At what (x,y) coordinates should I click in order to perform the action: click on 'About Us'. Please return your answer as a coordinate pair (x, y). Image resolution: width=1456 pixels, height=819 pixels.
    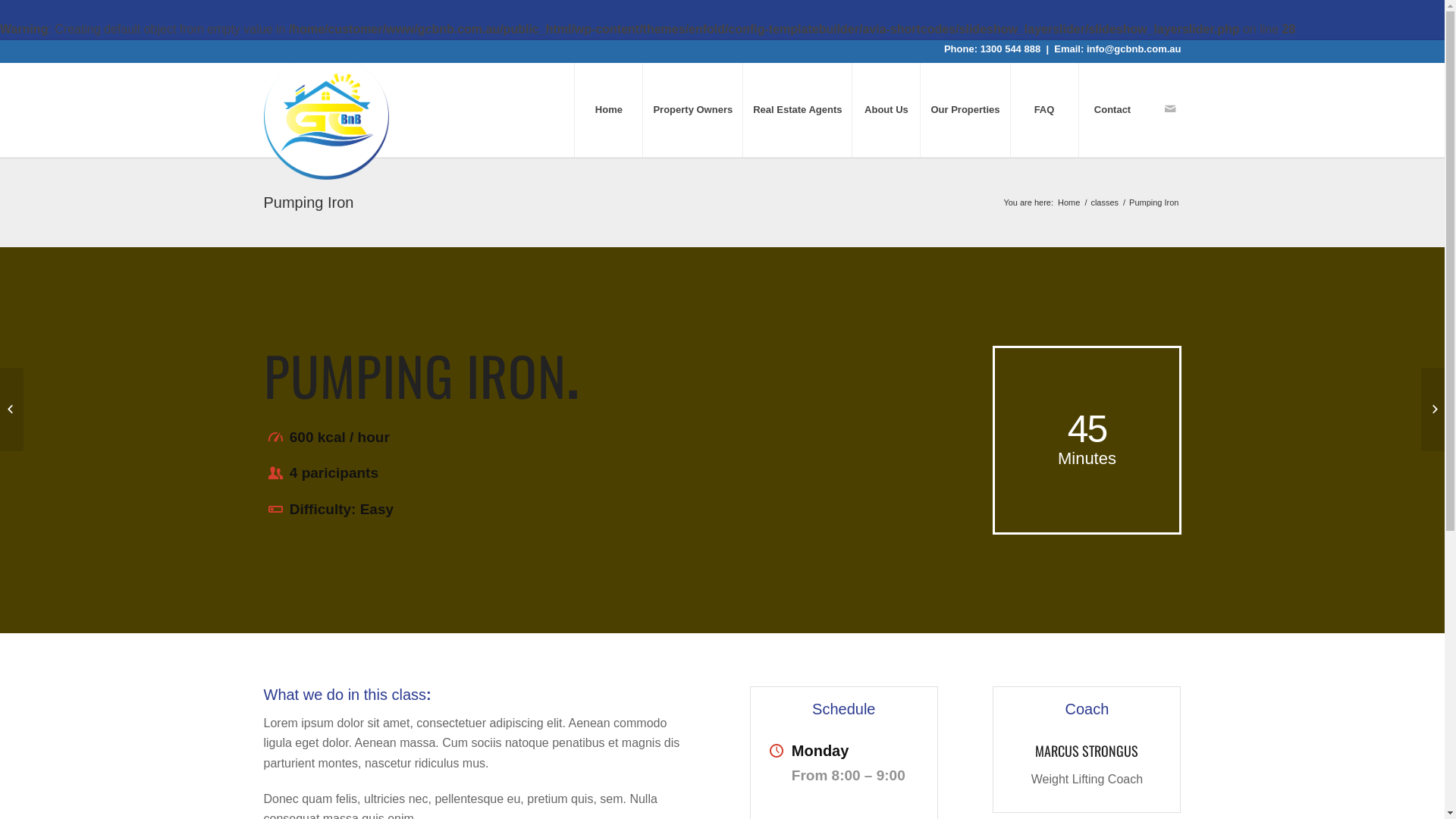
    Looking at the image, I should click on (852, 108).